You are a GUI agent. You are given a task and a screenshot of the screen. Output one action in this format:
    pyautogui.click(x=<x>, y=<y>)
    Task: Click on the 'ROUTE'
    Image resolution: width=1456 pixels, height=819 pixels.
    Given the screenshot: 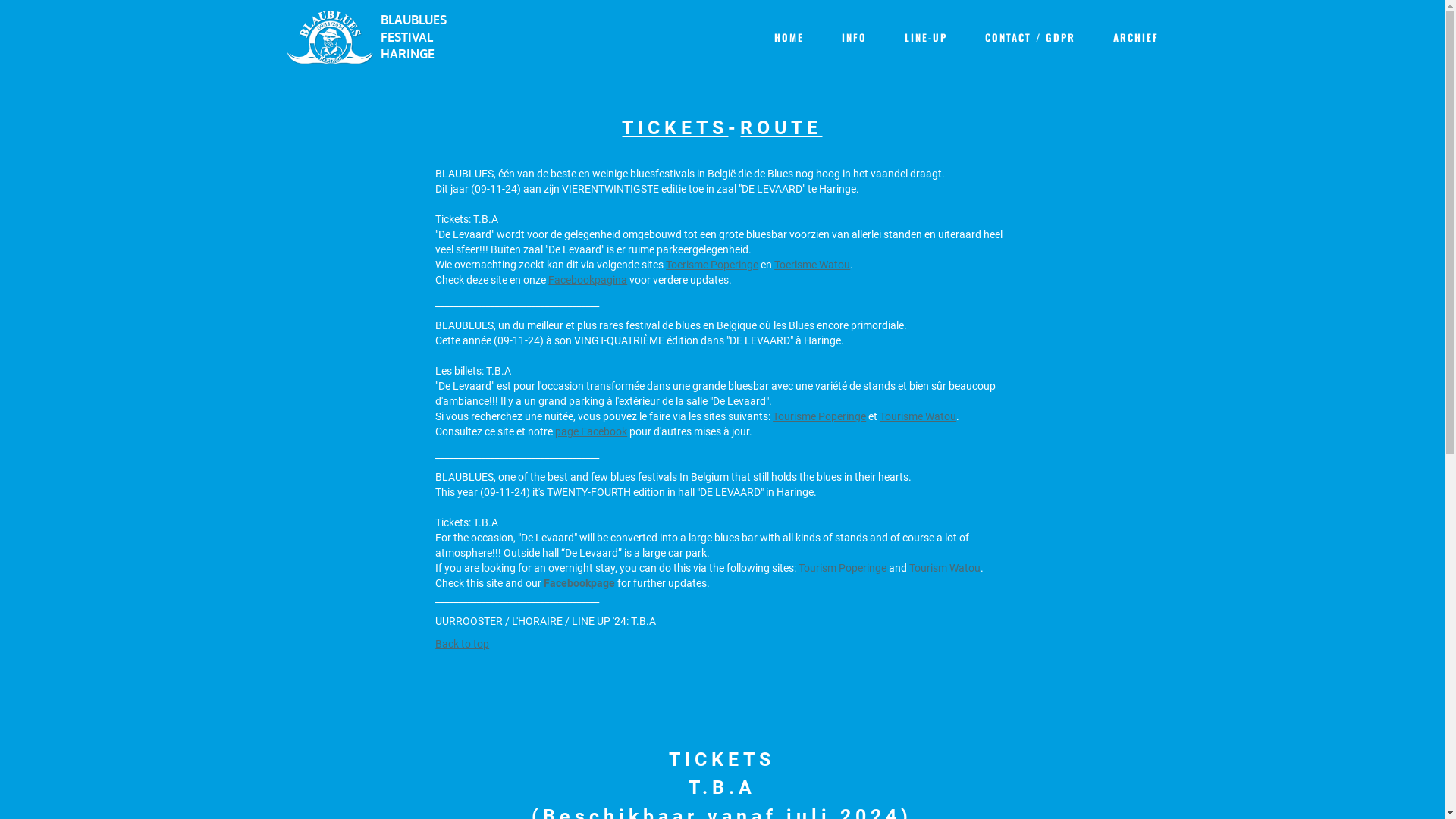 What is the action you would take?
    pyautogui.click(x=781, y=127)
    